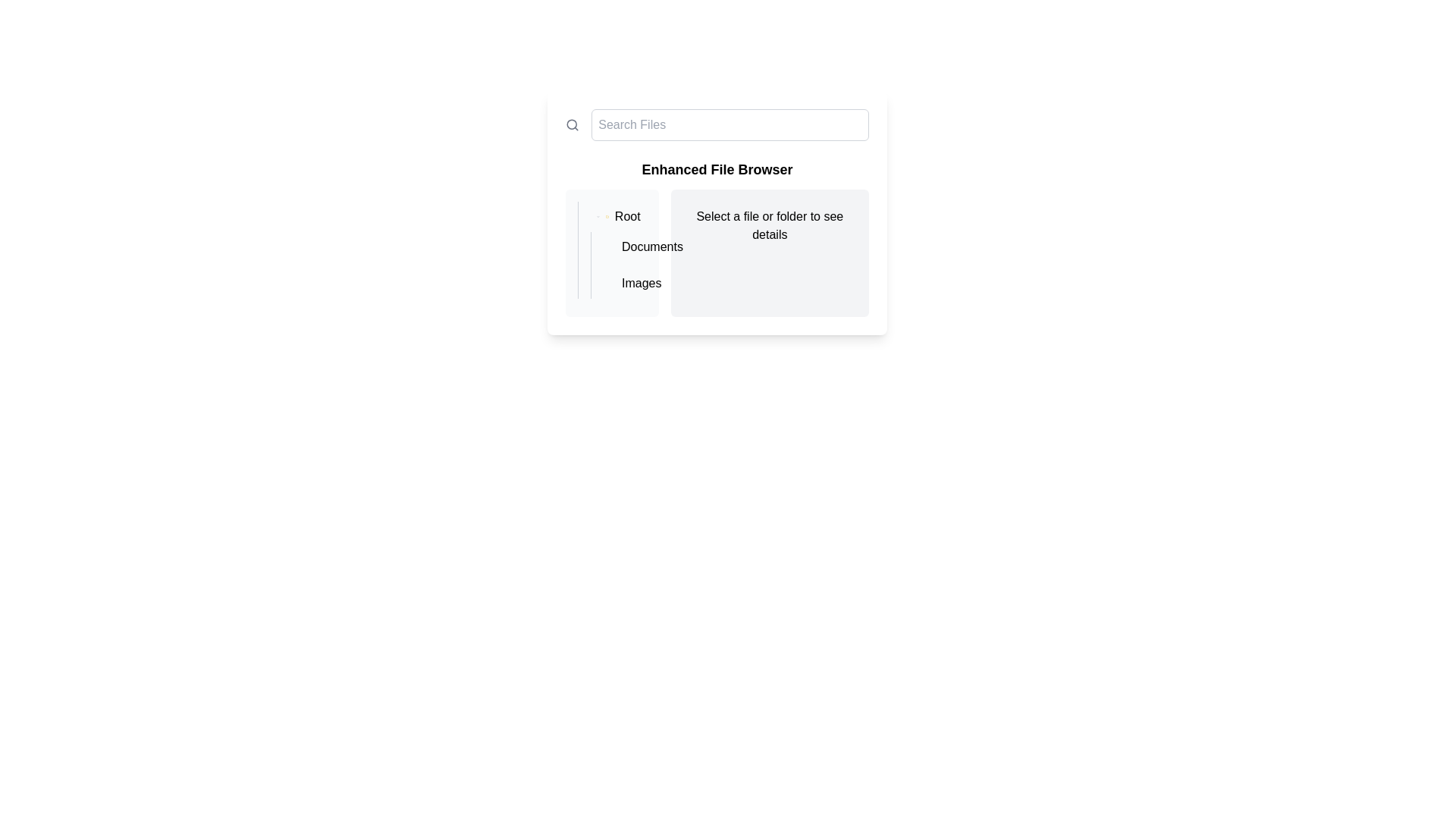  I want to click on the 'Documents' text label located under the 'Root' node in the tree navigation structure, so click(618, 249).